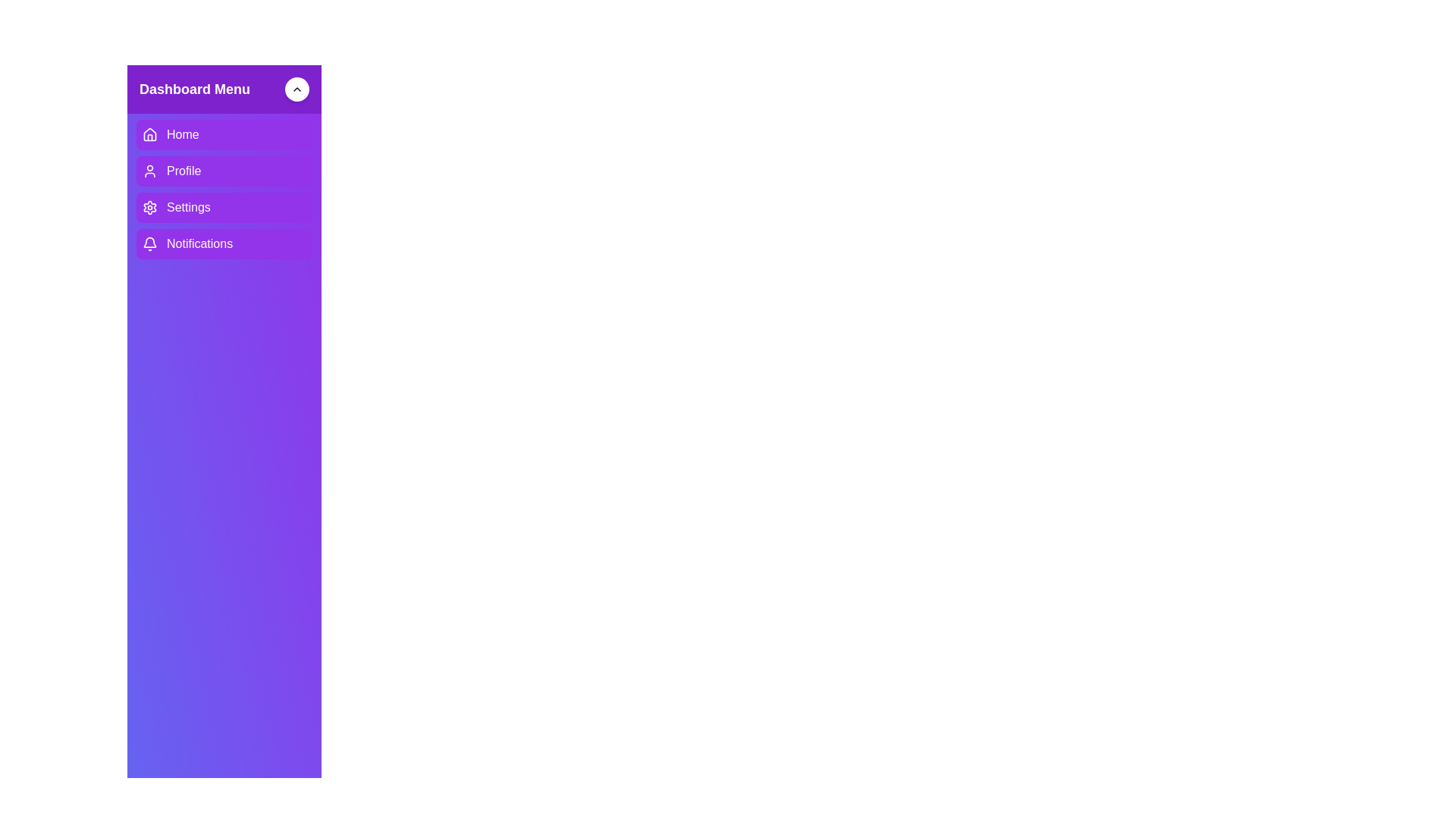 This screenshot has width=1456, height=819. Describe the element at coordinates (224, 189) in the screenshot. I see `the 'Dashboard Menu' vertical navigation menu` at that location.